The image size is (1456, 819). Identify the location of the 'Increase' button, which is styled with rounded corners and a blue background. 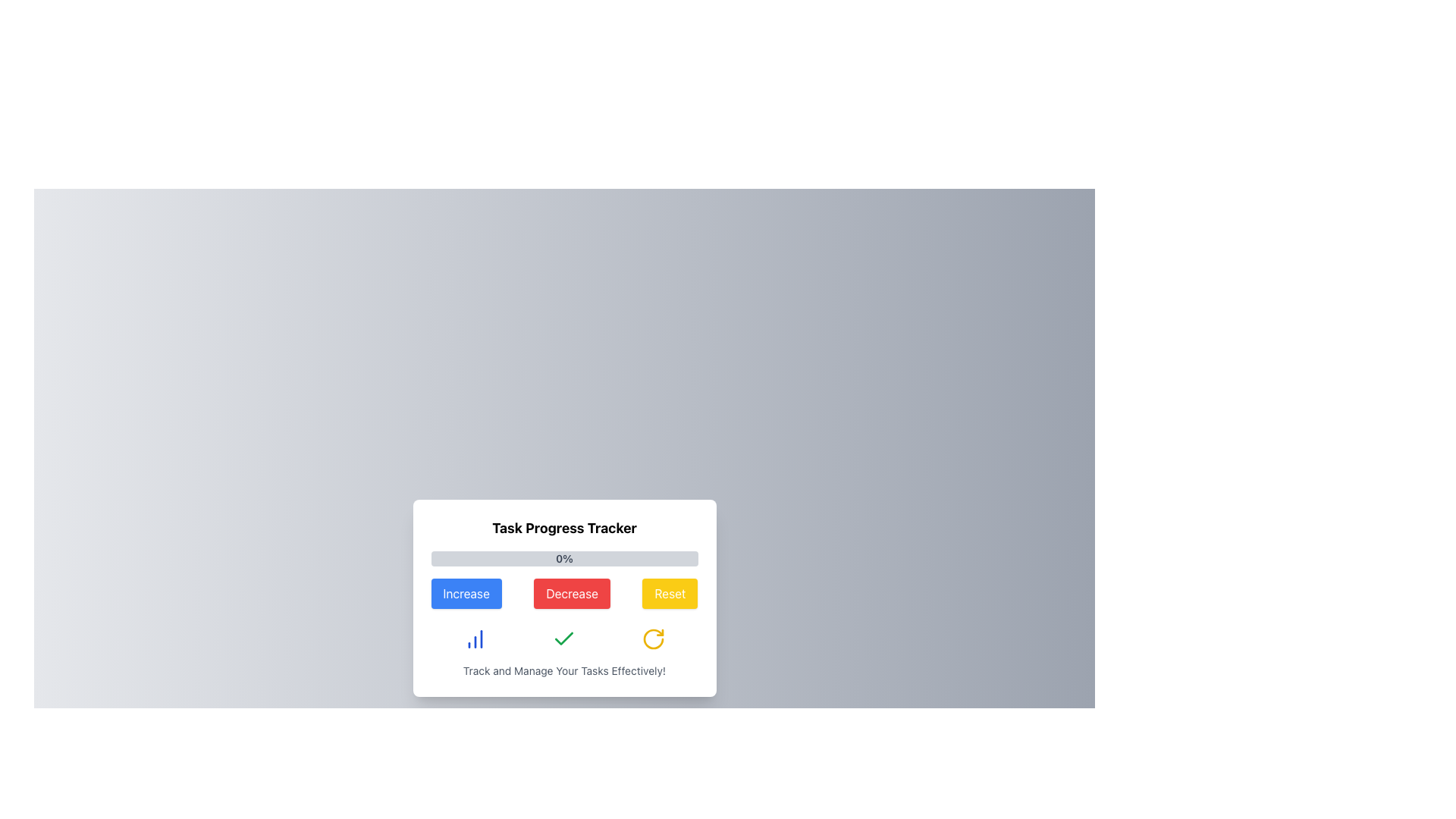
(466, 593).